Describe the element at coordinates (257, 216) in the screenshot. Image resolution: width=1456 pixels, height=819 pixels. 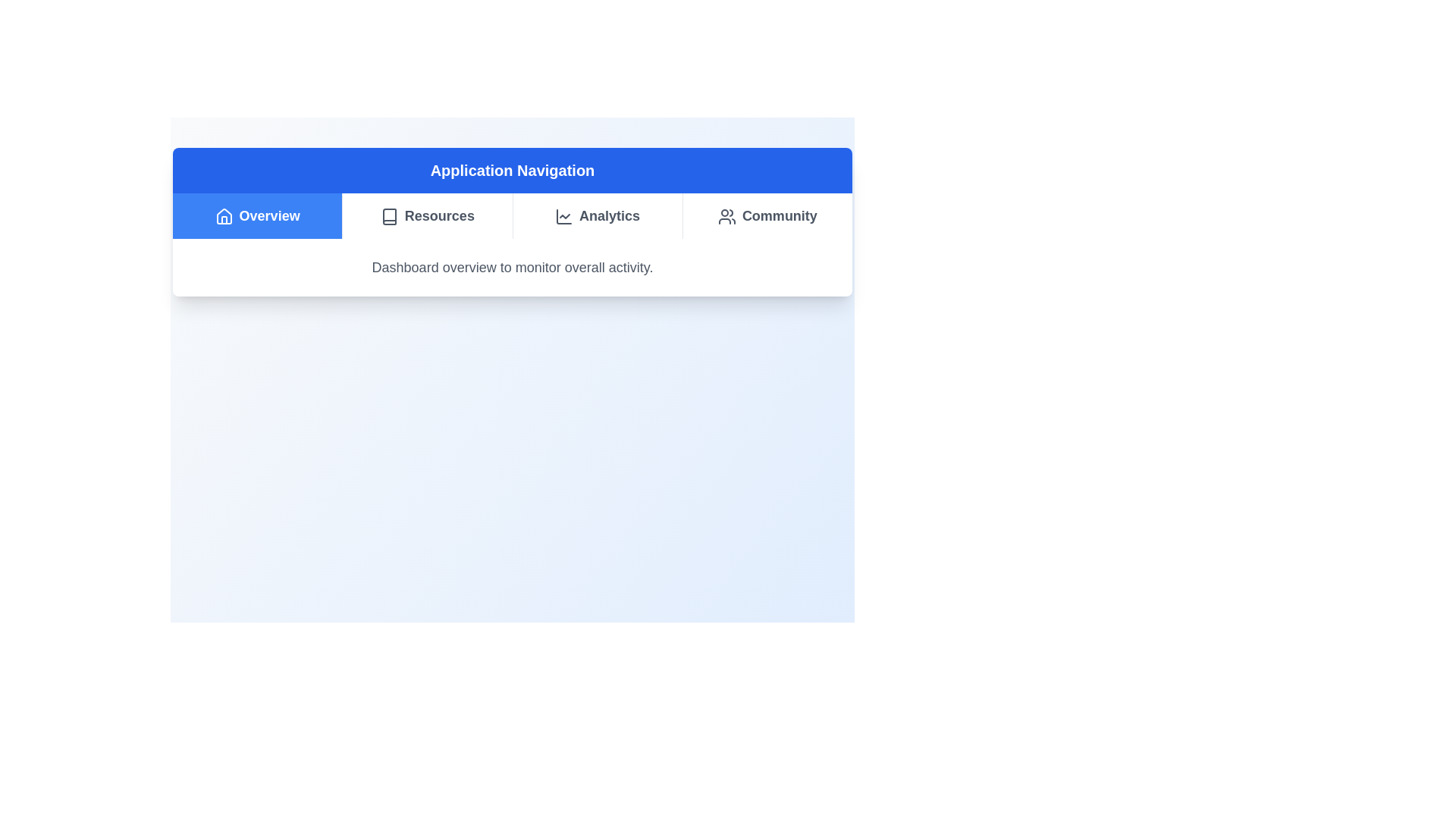
I see `the tab item corresponding to Overview` at that location.